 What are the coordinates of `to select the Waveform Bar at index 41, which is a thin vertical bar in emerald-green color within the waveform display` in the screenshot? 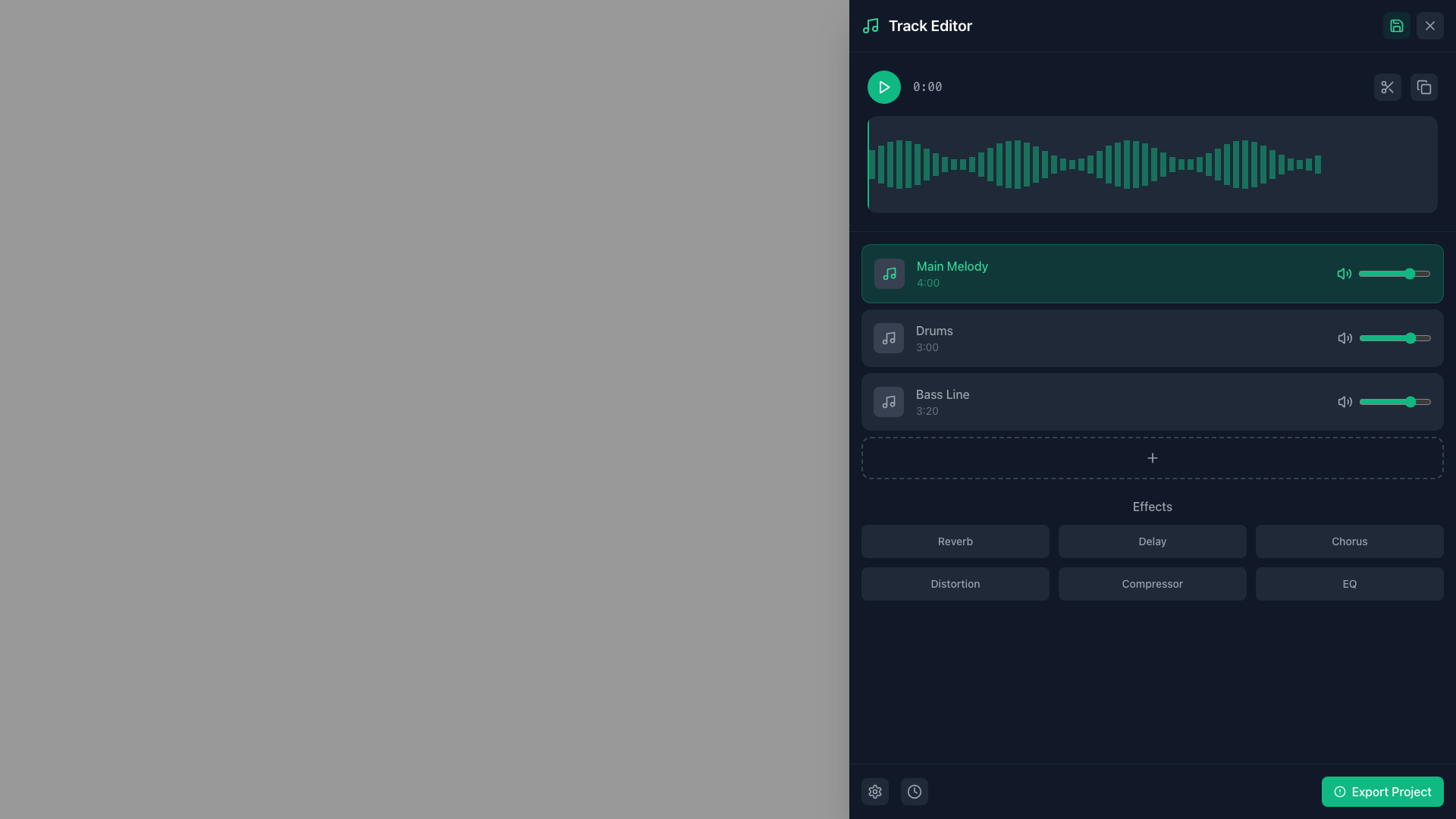 It's located at (1254, 164).